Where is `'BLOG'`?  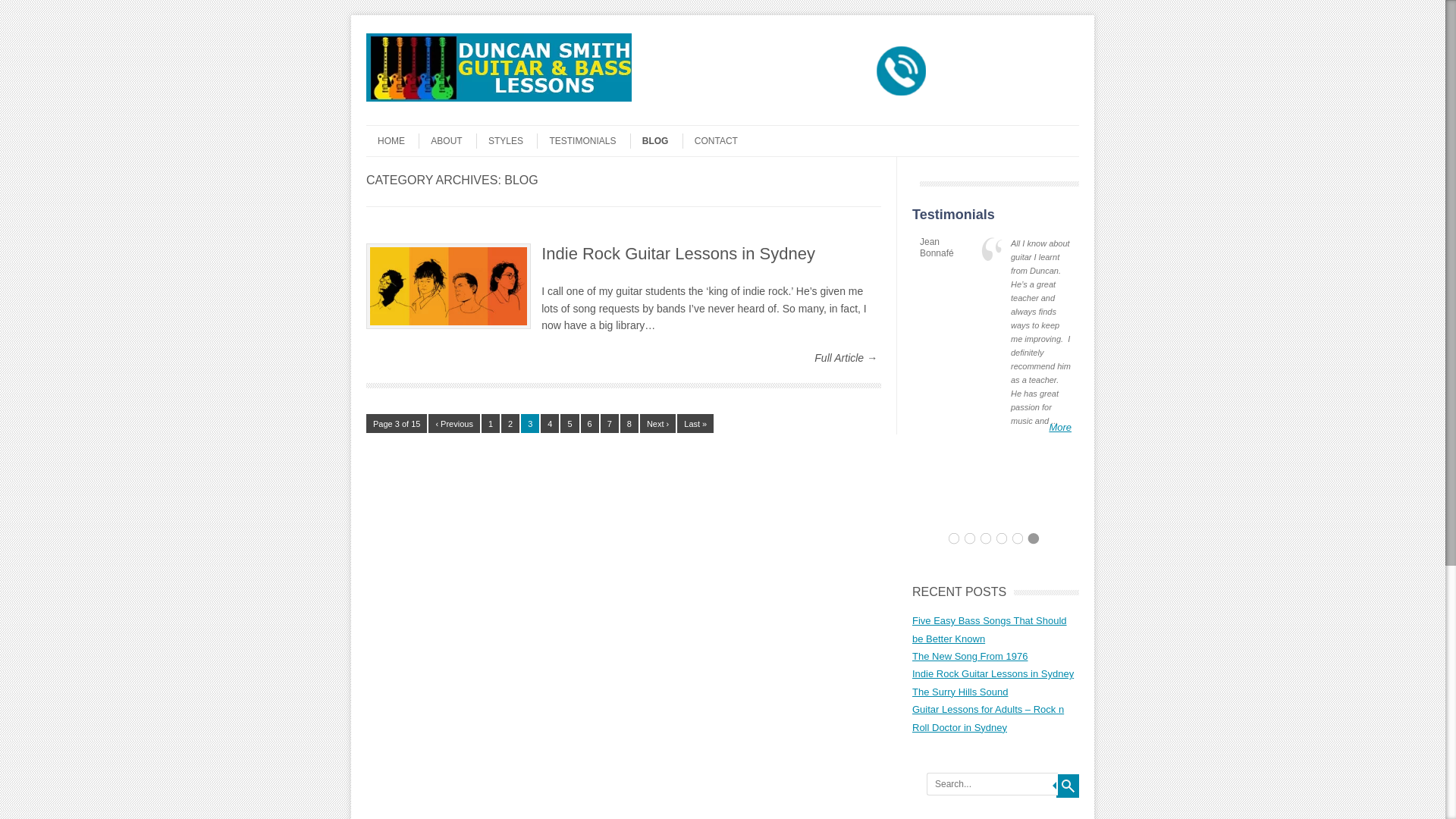 'BLOG' is located at coordinates (629, 140).